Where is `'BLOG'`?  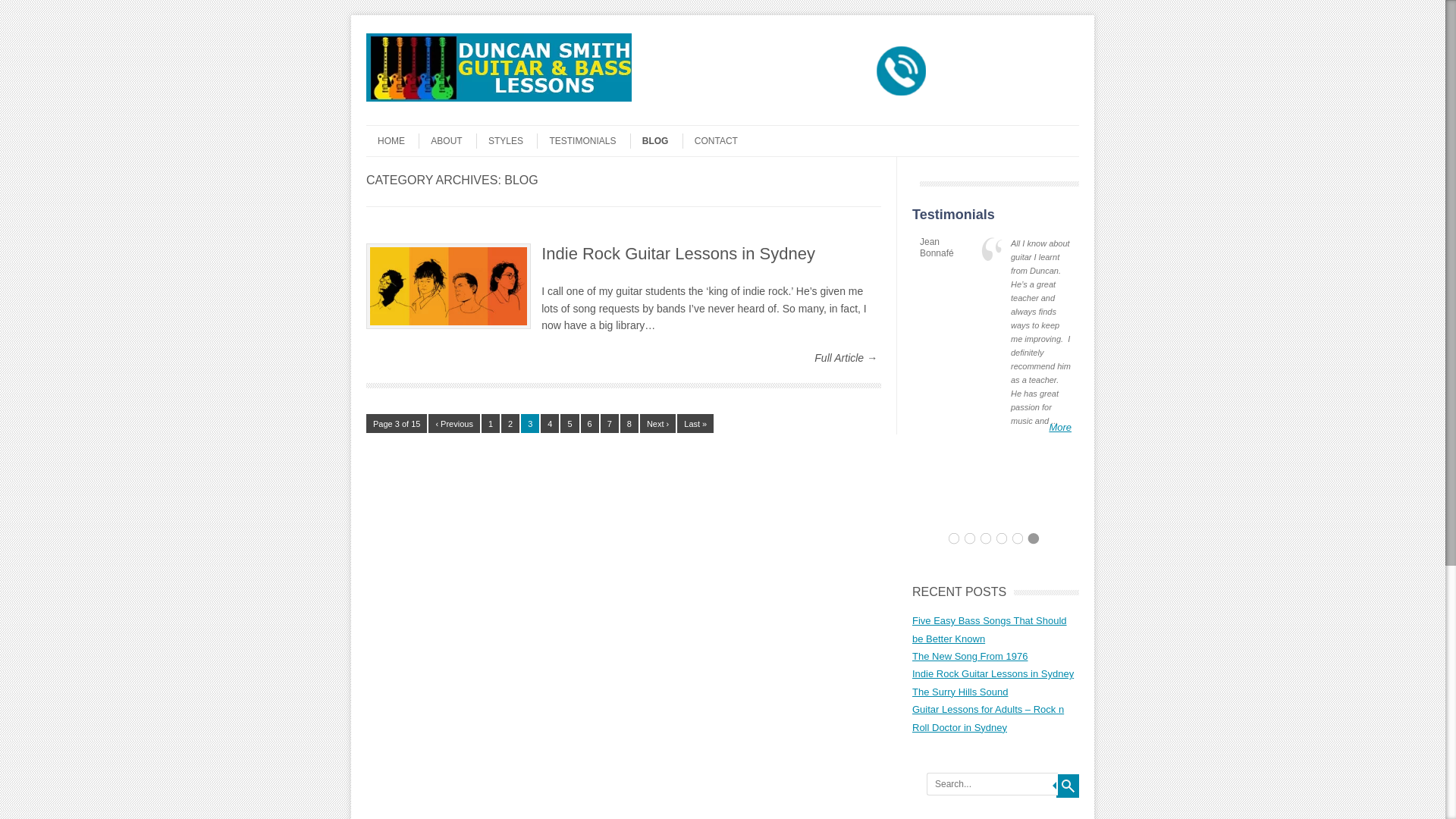 'BLOG' is located at coordinates (629, 140).